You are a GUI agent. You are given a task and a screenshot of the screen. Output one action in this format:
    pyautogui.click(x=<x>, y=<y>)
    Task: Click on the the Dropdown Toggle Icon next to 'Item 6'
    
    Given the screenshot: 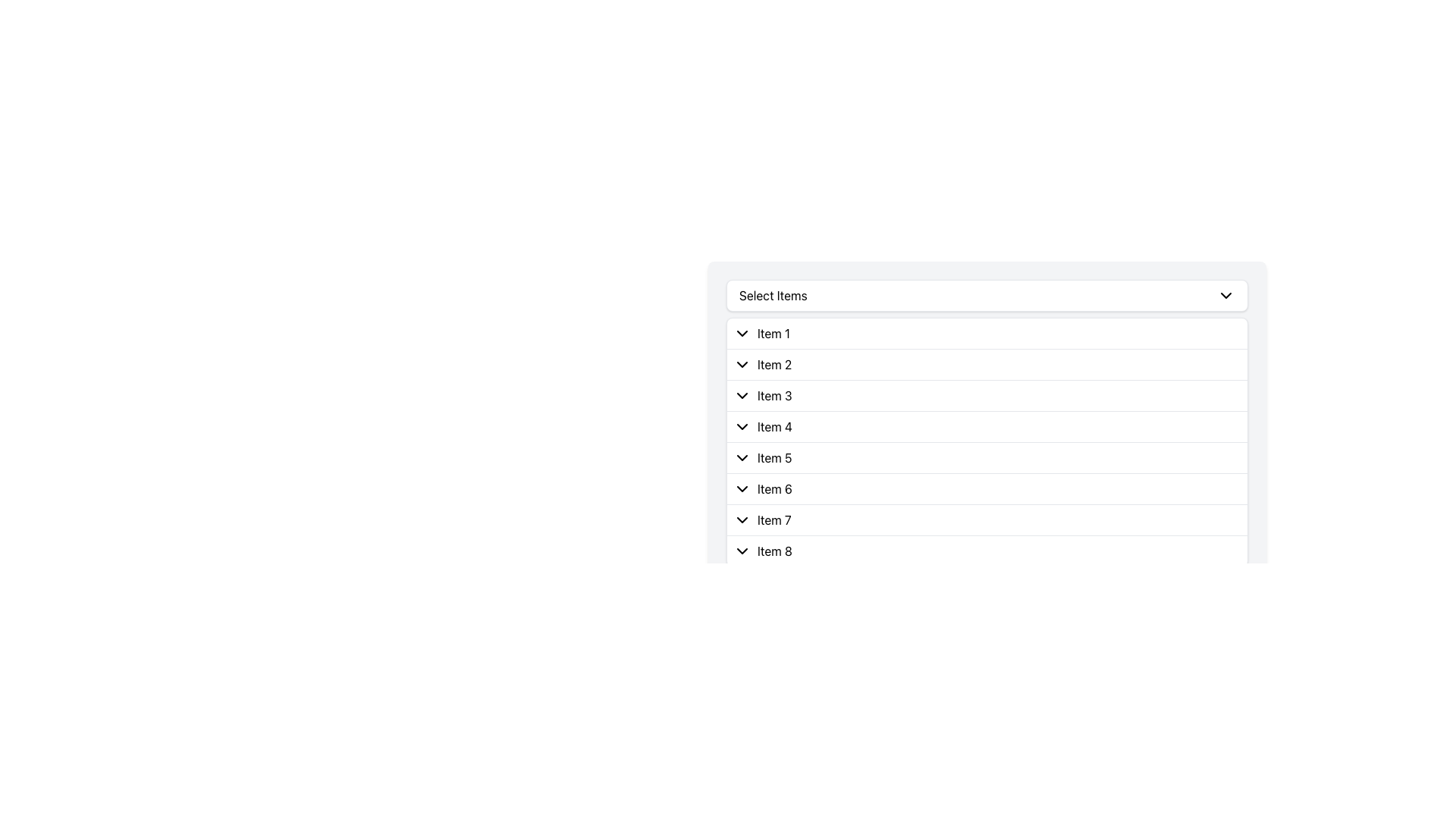 What is the action you would take?
    pyautogui.click(x=742, y=488)
    